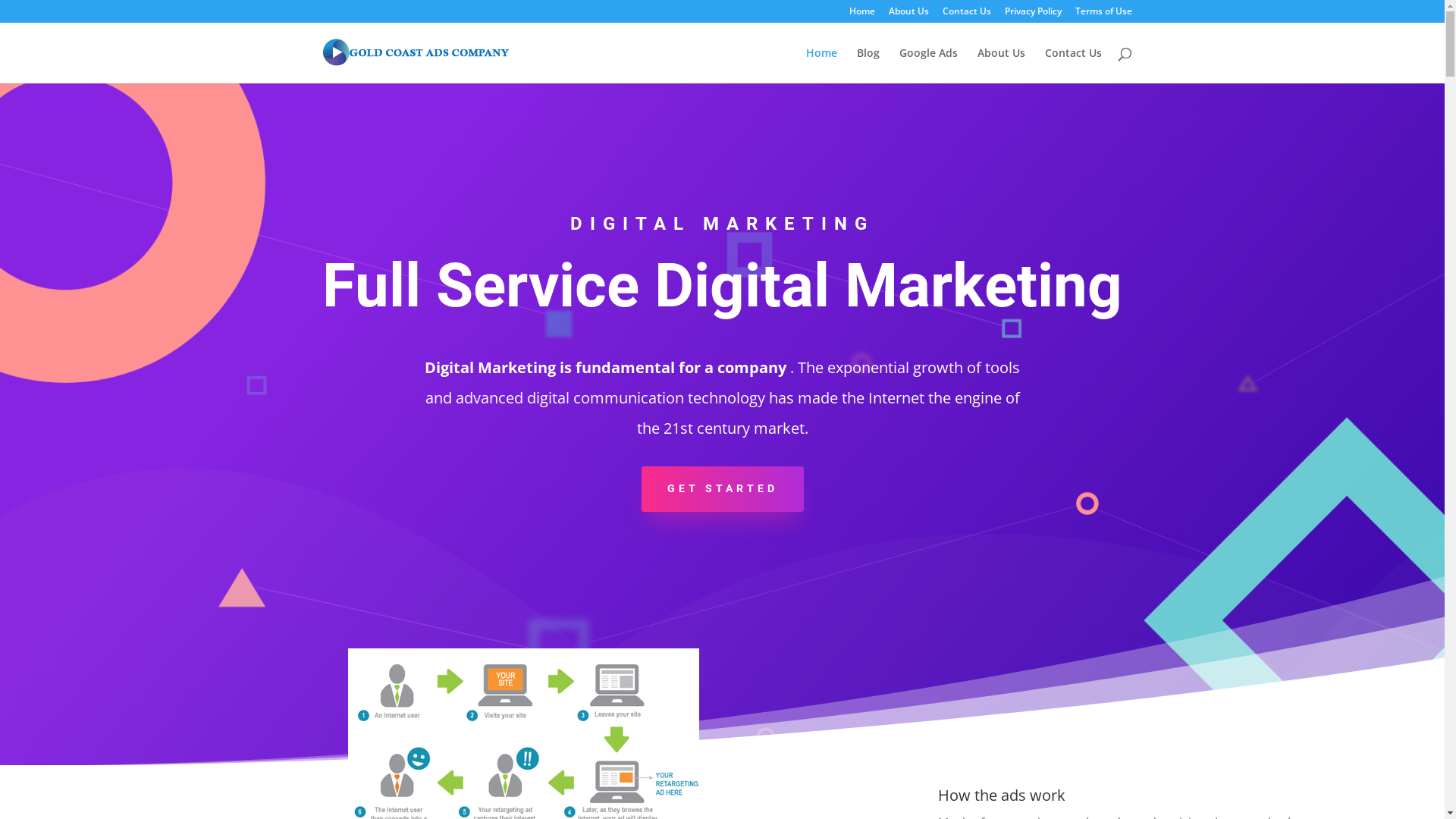 Image resolution: width=1456 pixels, height=819 pixels. What do you see at coordinates (1031, 14) in the screenshot?
I see `'Privacy Policy'` at bounding box center [1031, 14].